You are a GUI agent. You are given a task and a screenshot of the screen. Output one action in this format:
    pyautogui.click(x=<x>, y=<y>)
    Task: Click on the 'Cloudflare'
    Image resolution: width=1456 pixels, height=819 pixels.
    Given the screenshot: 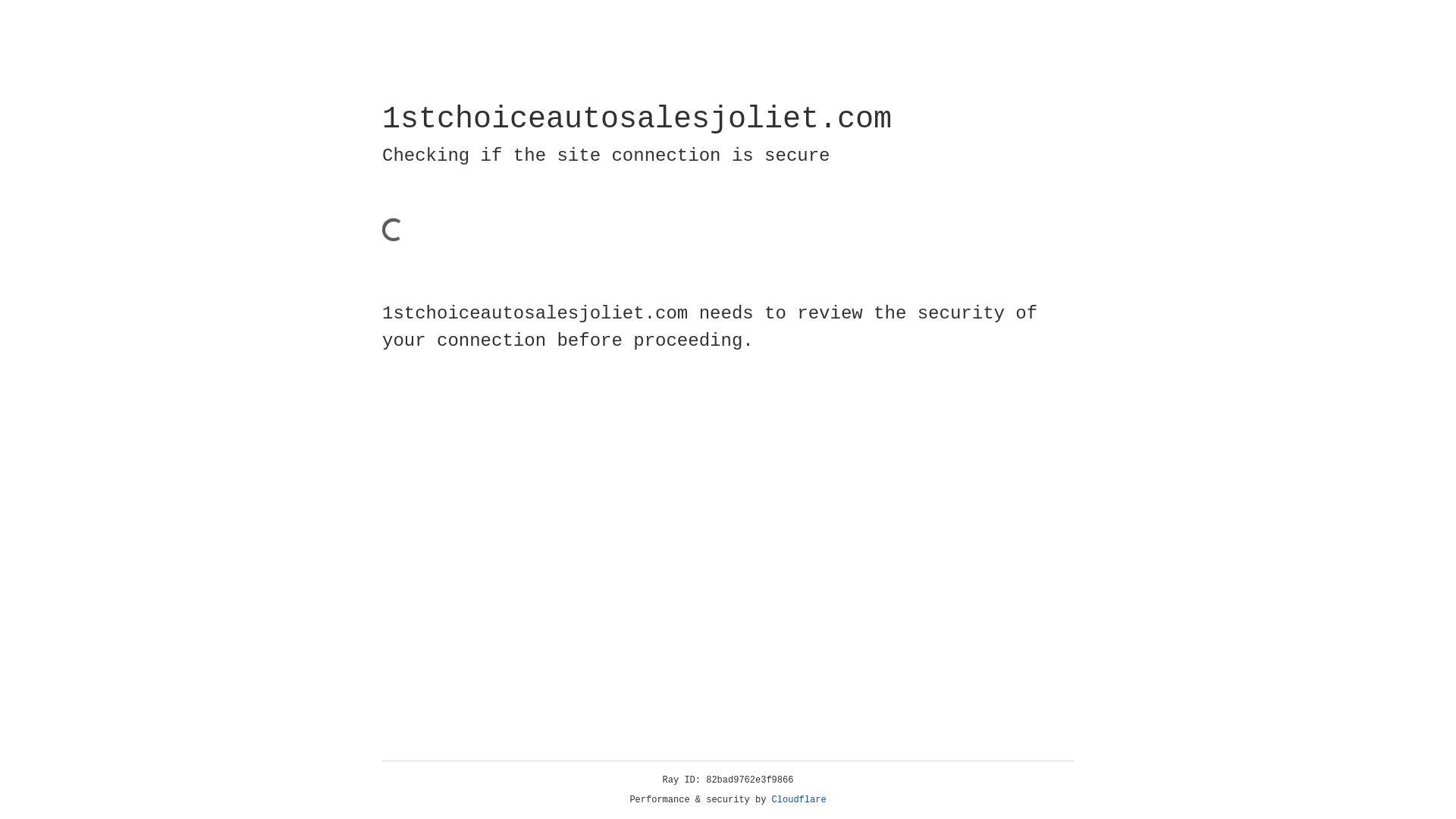 What is the action you would take?
    pyautogui.click(x=799, y=799)
    